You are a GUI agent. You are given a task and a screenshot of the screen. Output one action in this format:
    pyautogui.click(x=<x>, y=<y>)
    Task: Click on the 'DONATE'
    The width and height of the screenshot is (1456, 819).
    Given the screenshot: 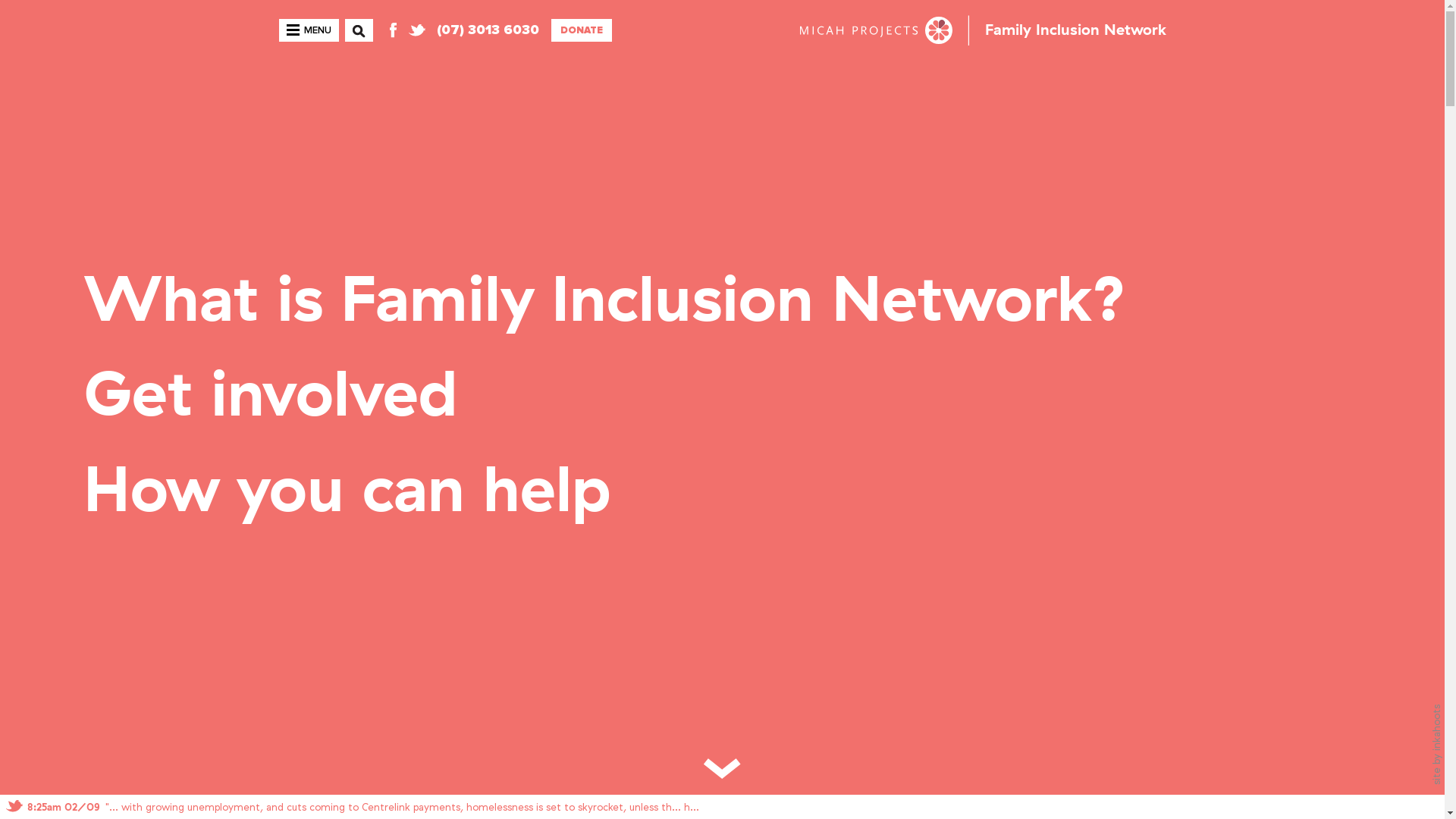 What is the action you would take?
    pyautogui.click(x=549, y=30)
    